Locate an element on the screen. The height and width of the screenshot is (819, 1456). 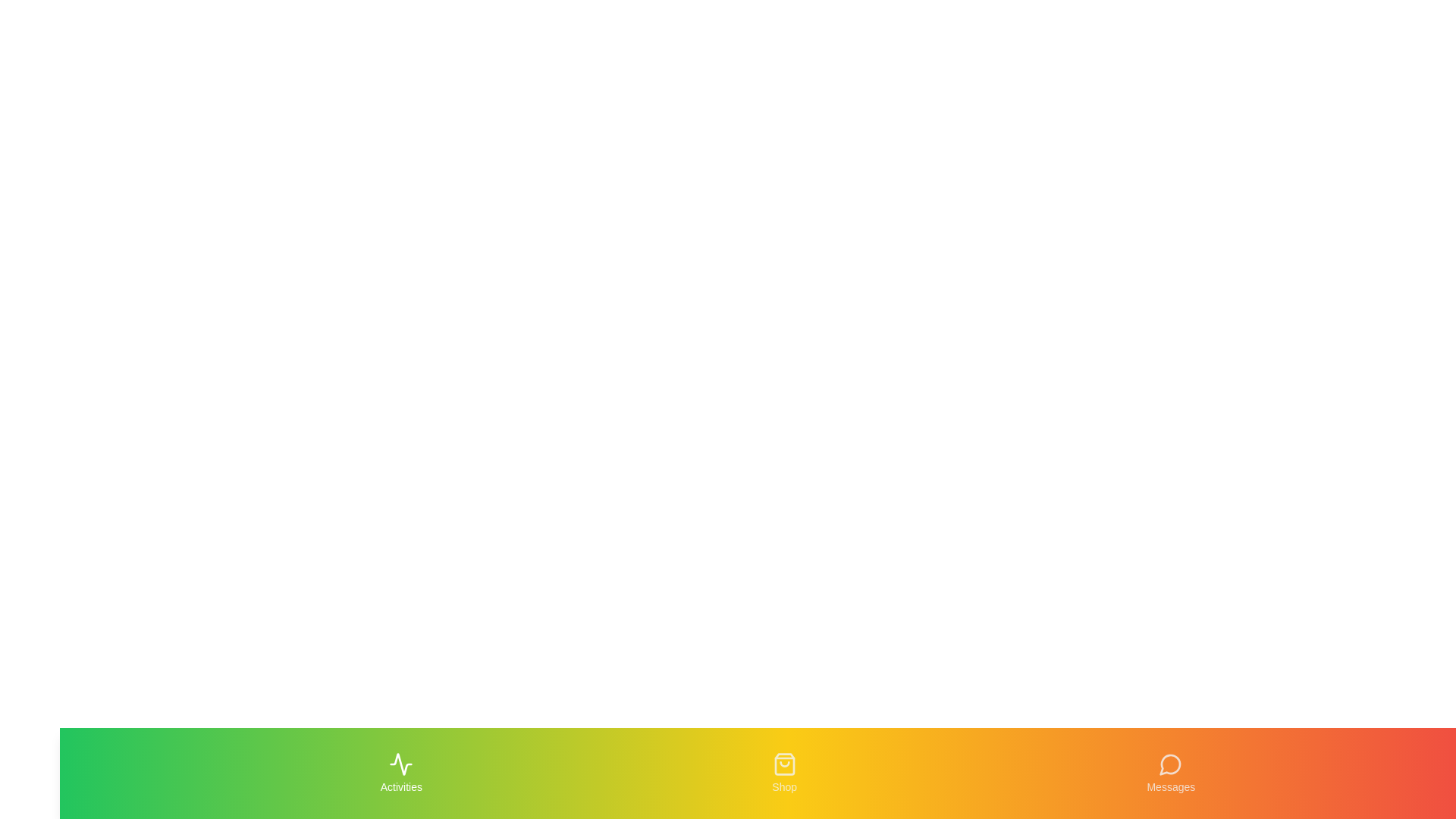
the Shop tab to navigate to its section is located at coordinates (783, 773).